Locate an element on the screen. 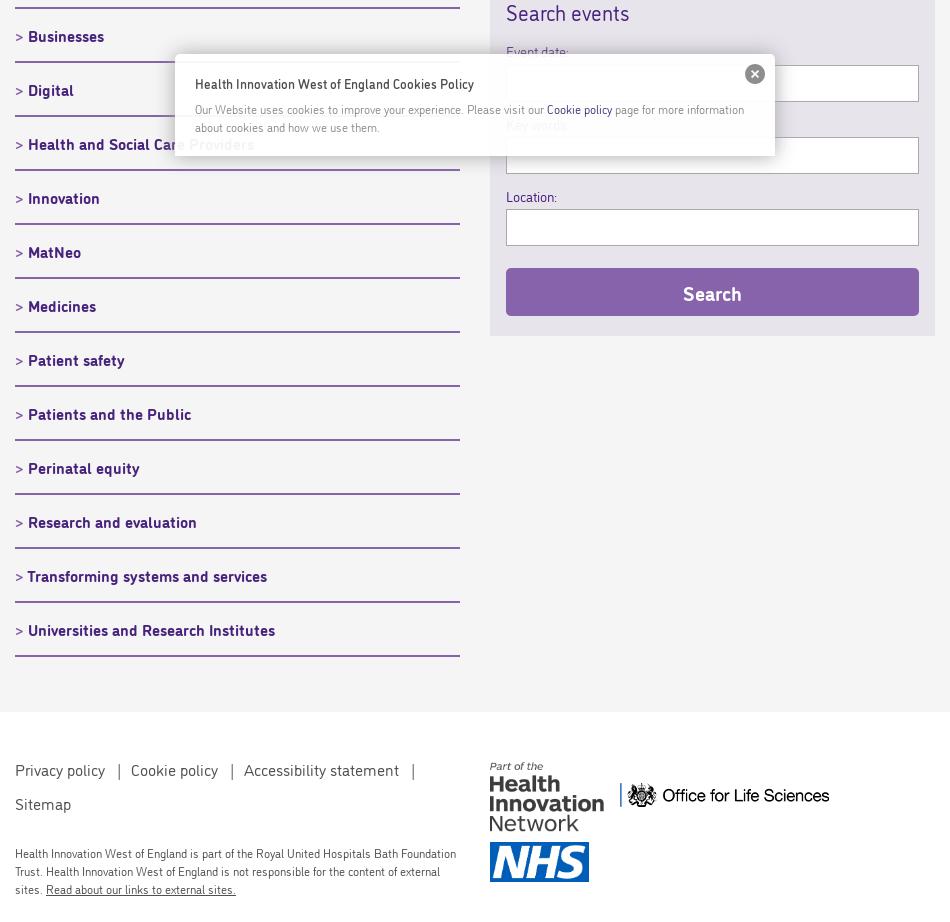 The height and width of the screenshot is (922, 950). 'Read about our links to external sites.' is located at coordinates (140, 887).